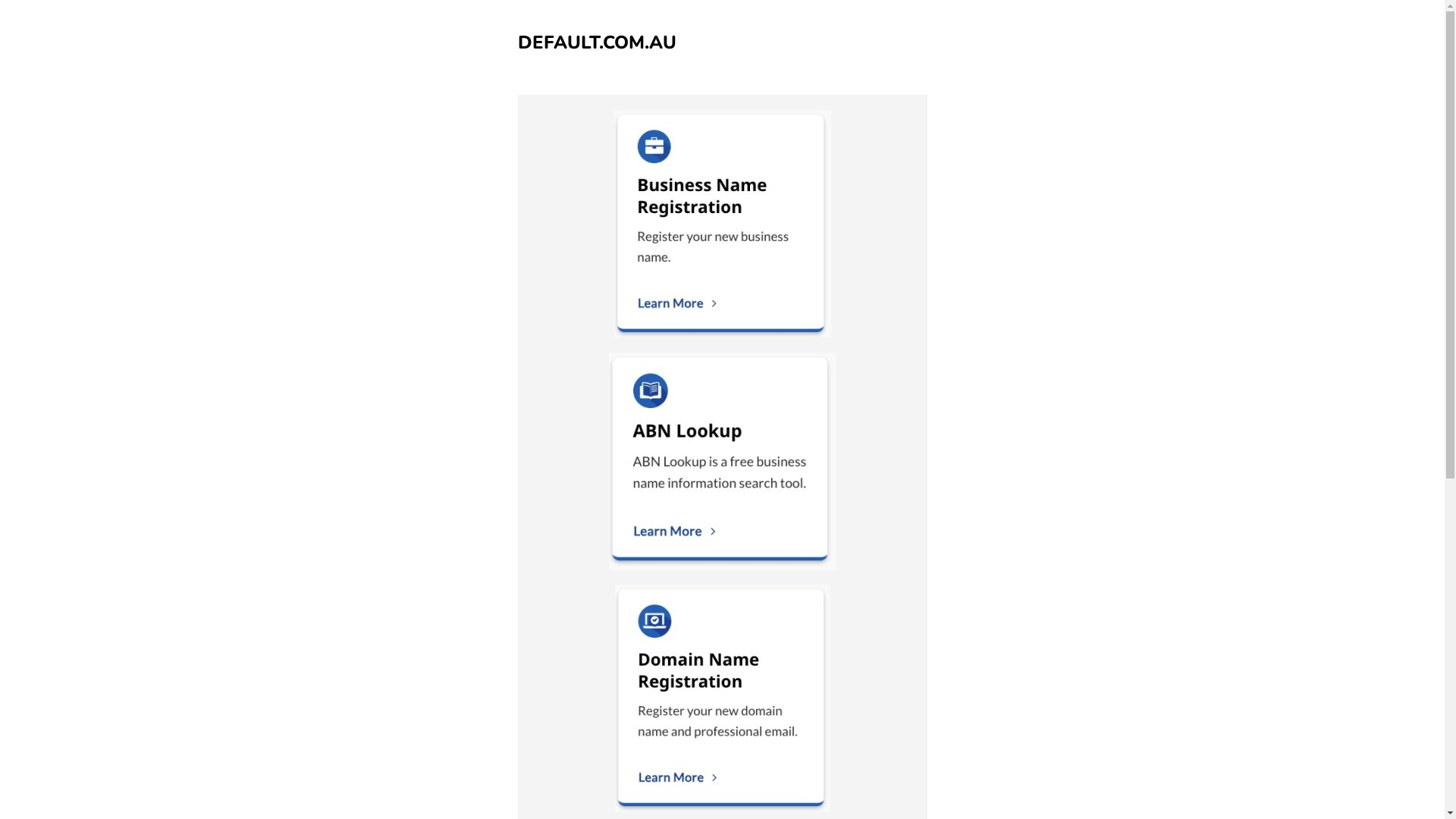 The width and height of the screenshot is (1456, 819). What do you see at coordinates (595, 42) in the screenshot?
I see `'DEFAULT.COM.AU'` at bounding box center [595, 42].